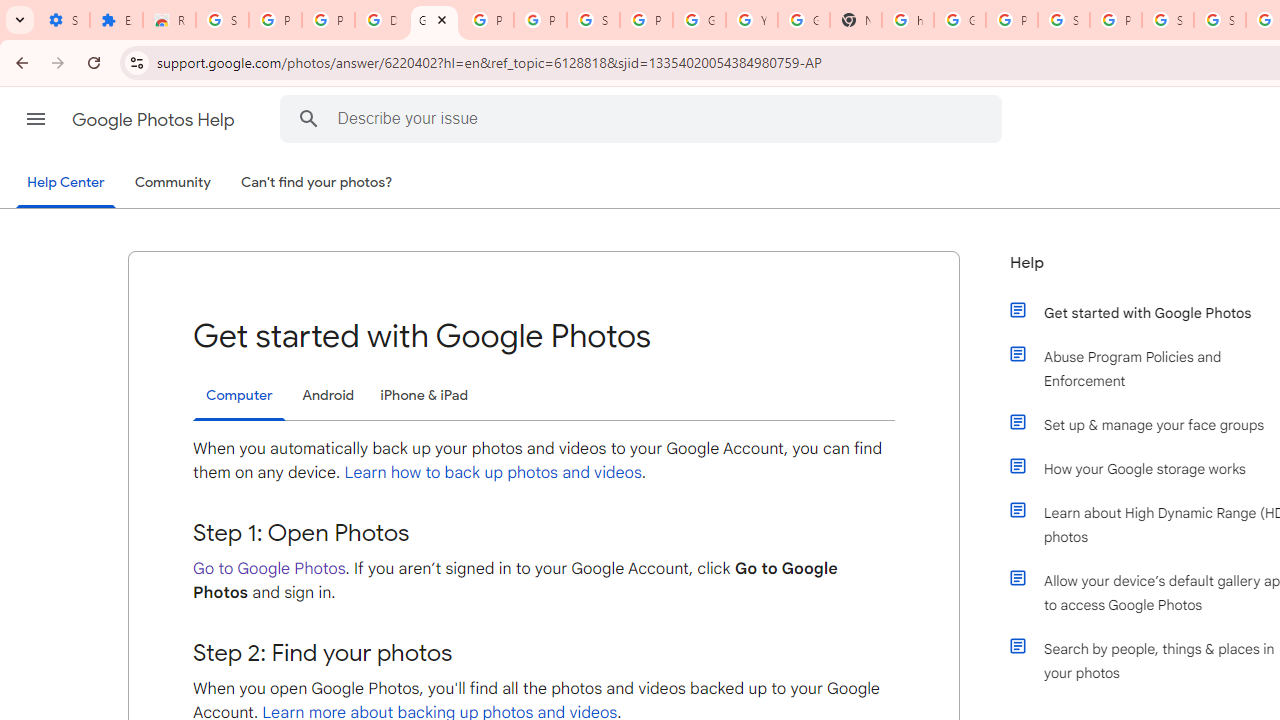 This screenshot has width=1280, height=720. I want to click on 'Reviews: Helix Fruit Jump Arcade Game', so click(169, 20).